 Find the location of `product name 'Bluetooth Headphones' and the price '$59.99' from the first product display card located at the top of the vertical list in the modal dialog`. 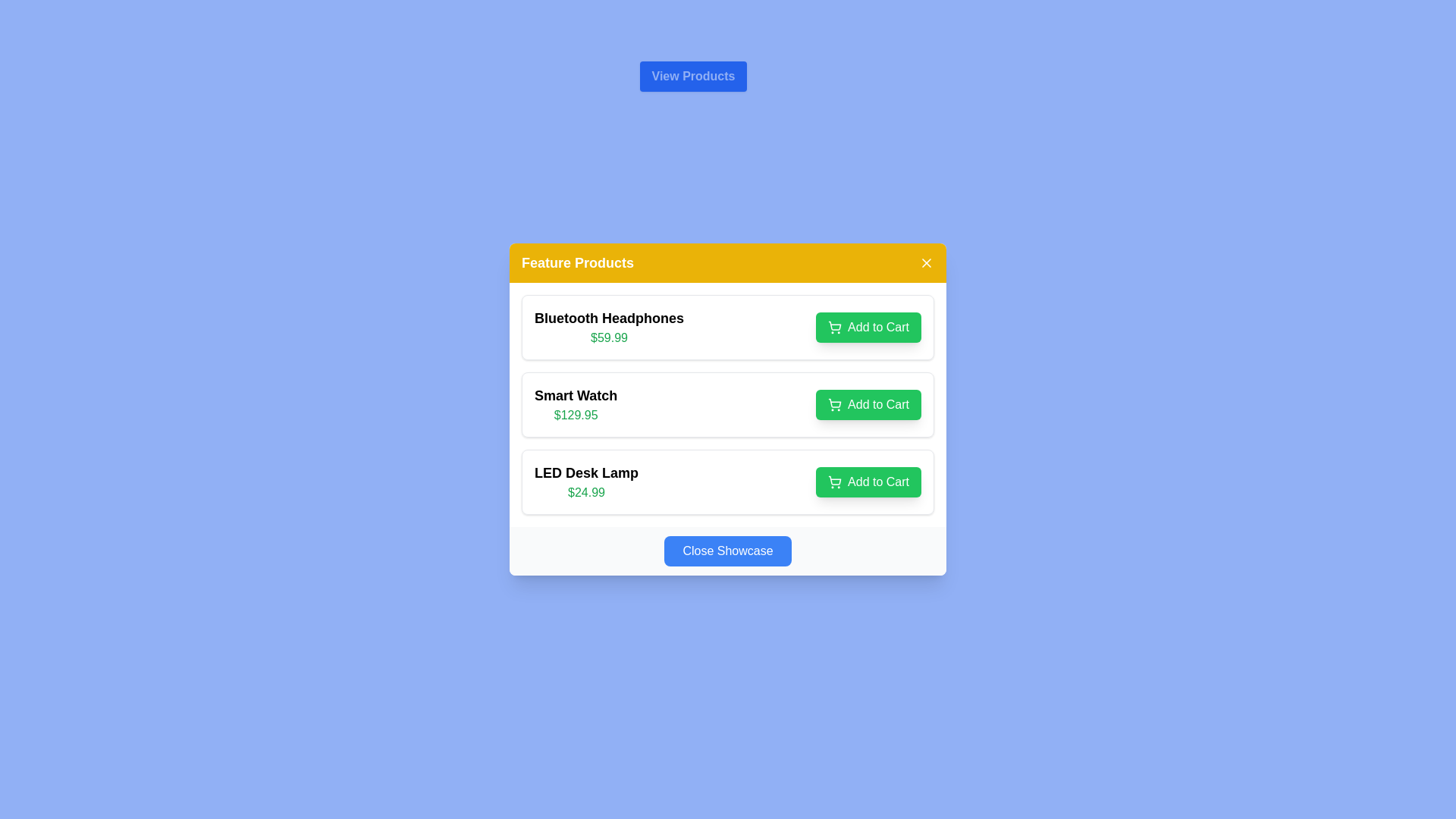

product name 'Bluetooth Headphones' and the price '$59.99' from the first product display card located at the top of the vertical list in the modal dialog is located at coordinates (609, 327).